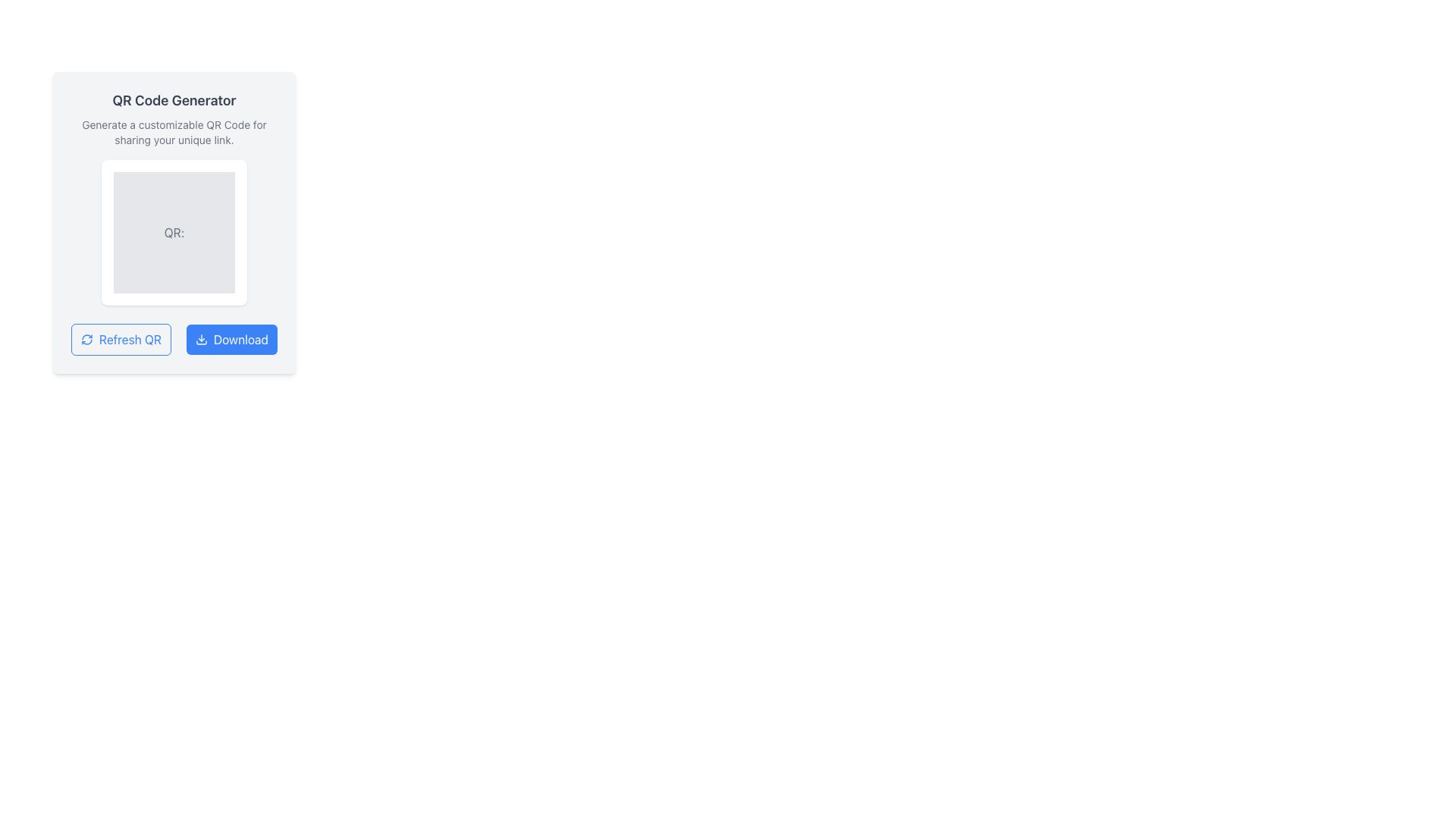  What do you see at coordinates (174, 233) in the screenshot?
I see `the content of the text label within the QR Code Generator card, which indicates where a QR code will be displayed` at bounding box center [174, 233].